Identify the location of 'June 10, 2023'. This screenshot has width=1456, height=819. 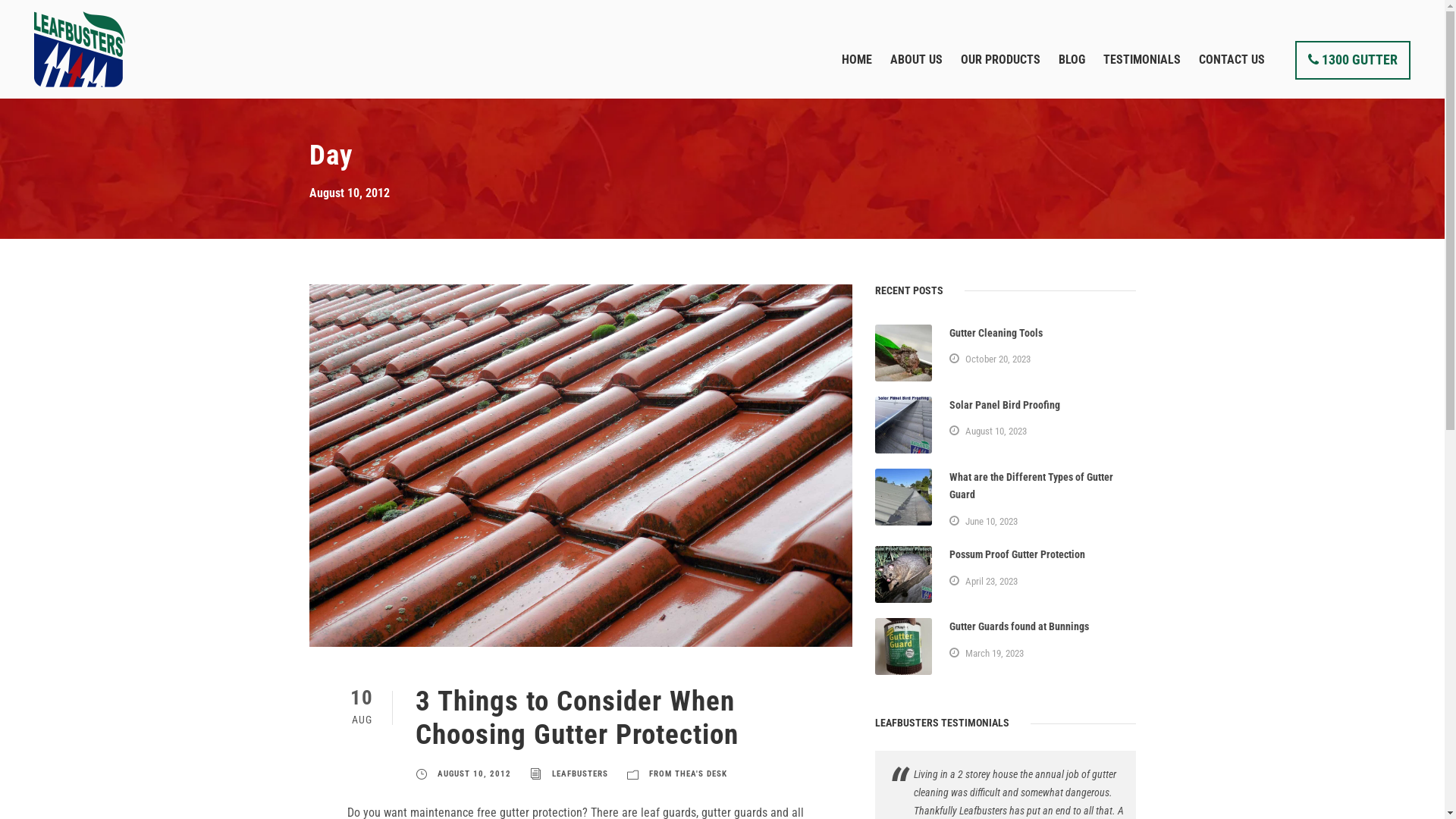
(991, 520).